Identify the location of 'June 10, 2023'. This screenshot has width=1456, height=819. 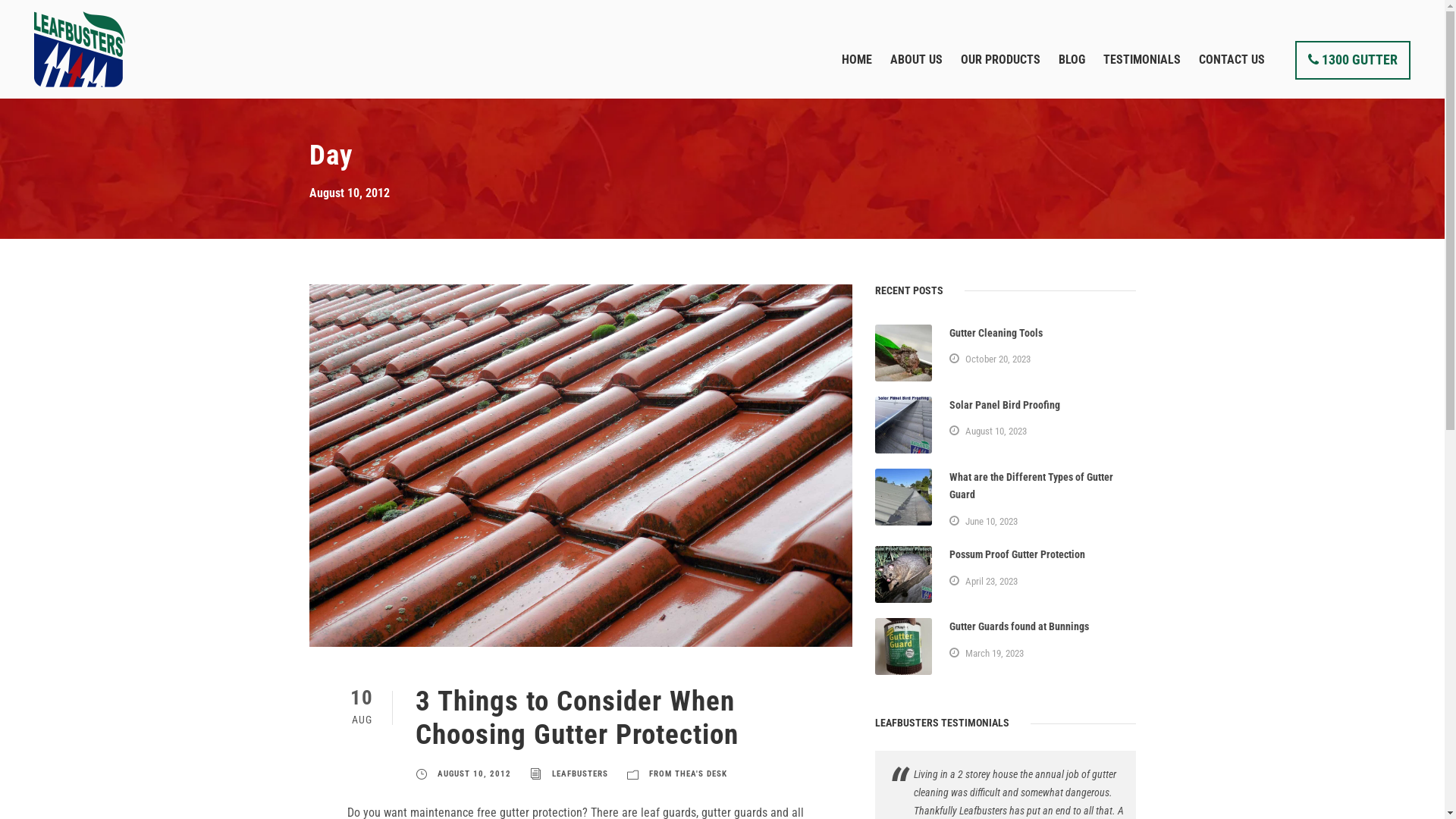
(991, 520).